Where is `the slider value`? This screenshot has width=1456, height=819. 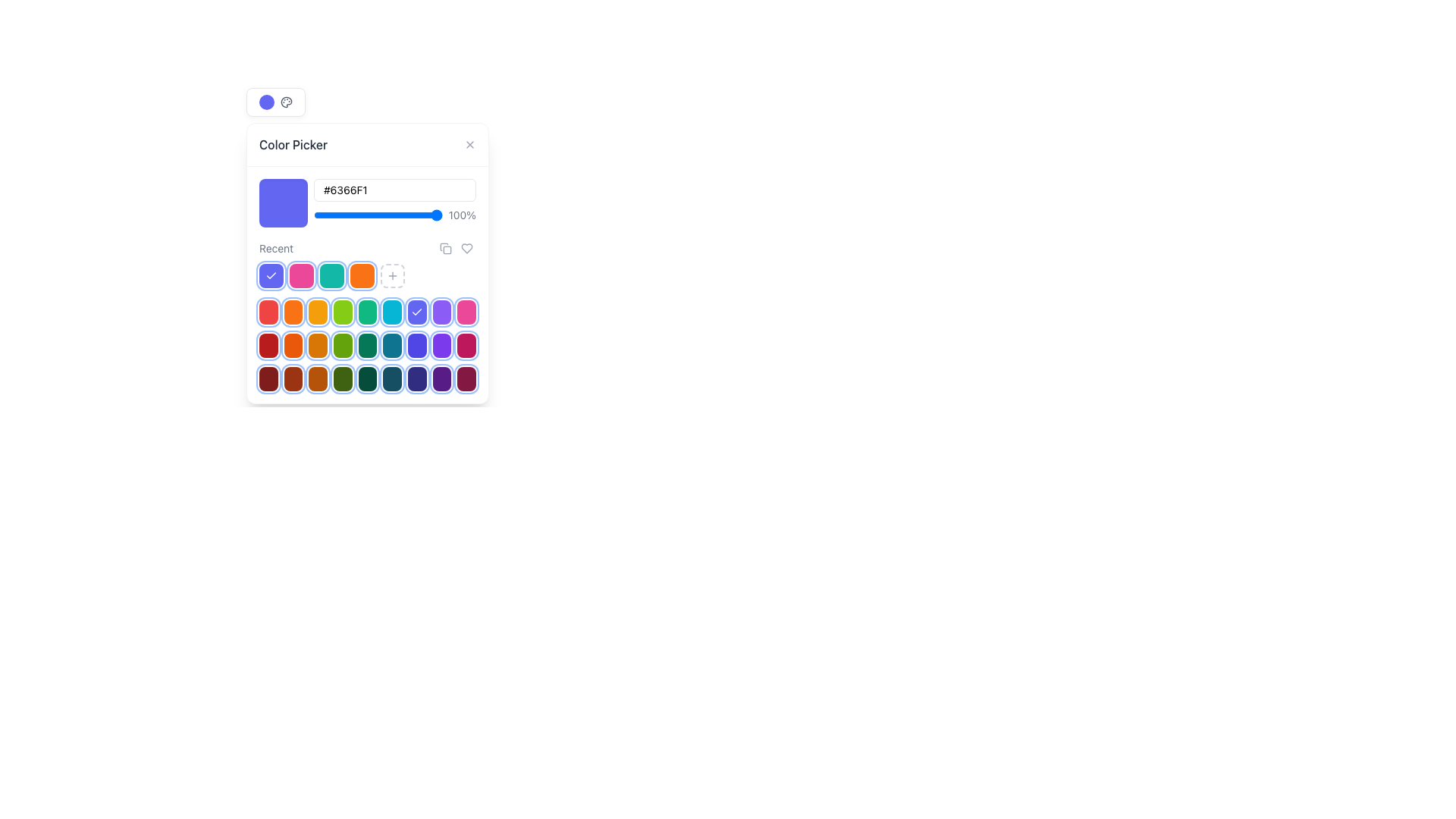 the slider value is located at coordinates (321, 215).